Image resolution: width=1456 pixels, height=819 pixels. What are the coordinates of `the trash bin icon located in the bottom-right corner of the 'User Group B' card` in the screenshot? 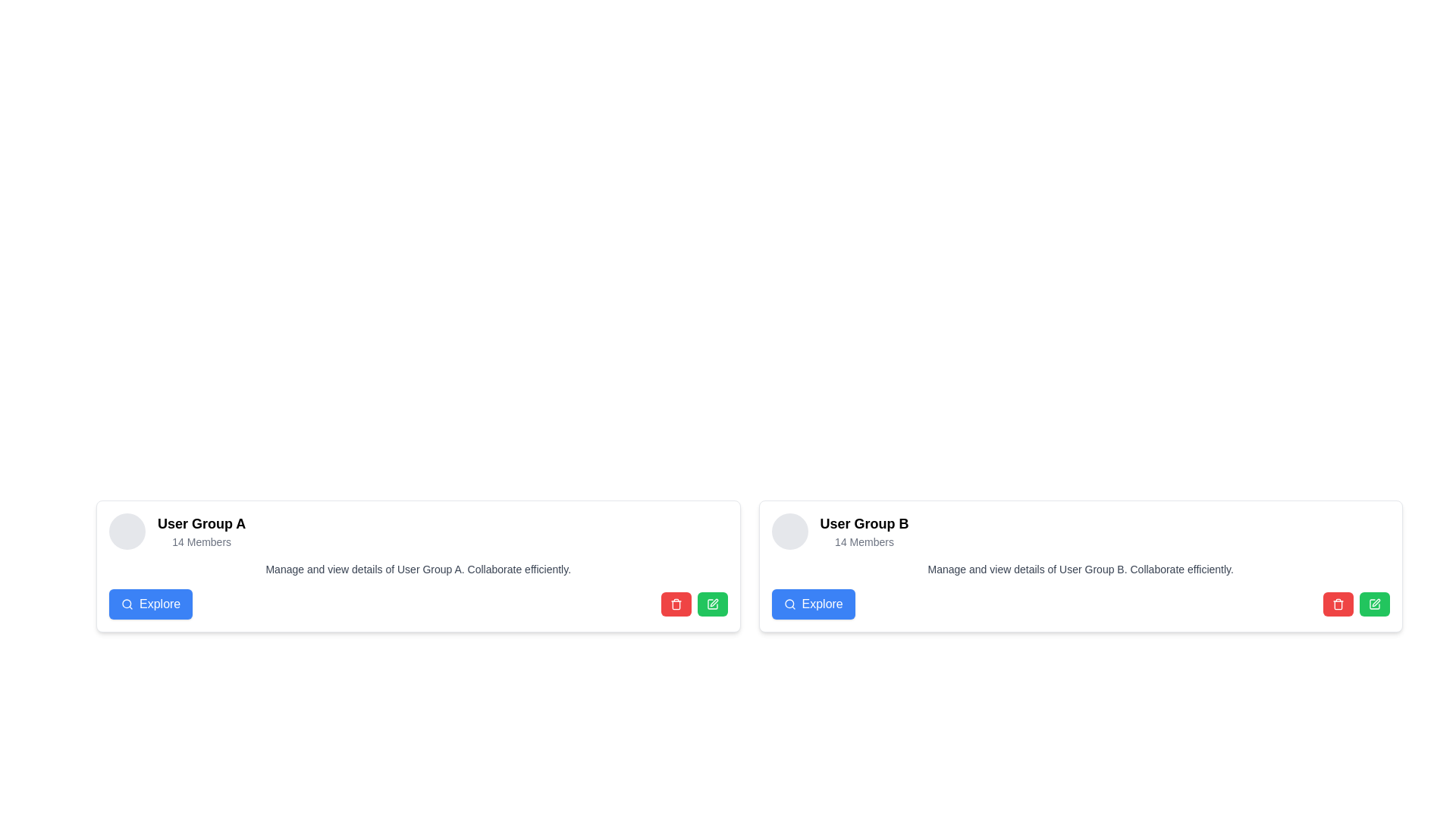 It's located at (1338, 604).